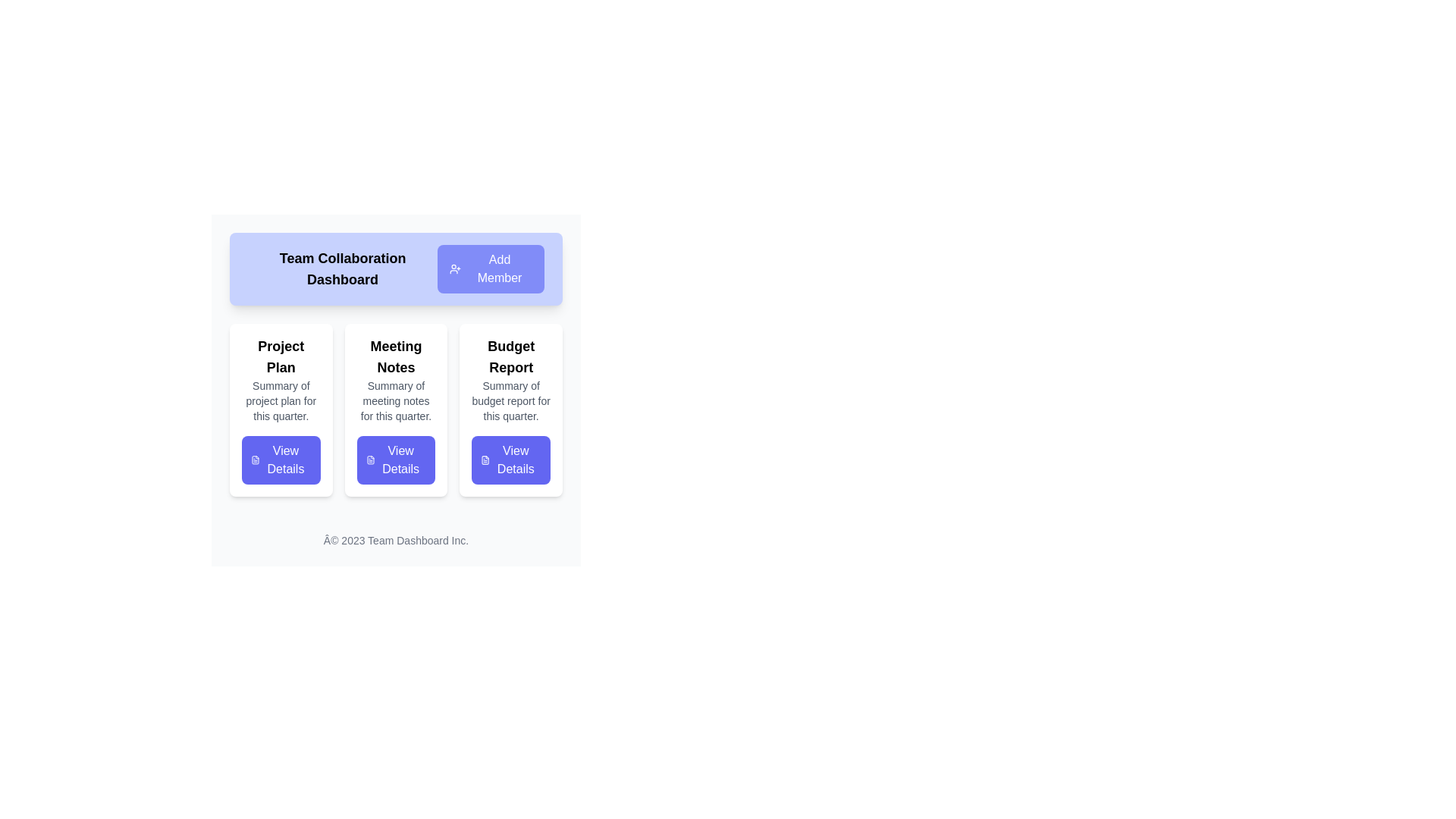 The width and height of the screenshot is (1456, 819). Describe the element at coordinates (511, 459) in the screenshot. I see `the 'View Details' button with a blue background and white text, located at the bottom of the 'Budget Report' card` at that location.